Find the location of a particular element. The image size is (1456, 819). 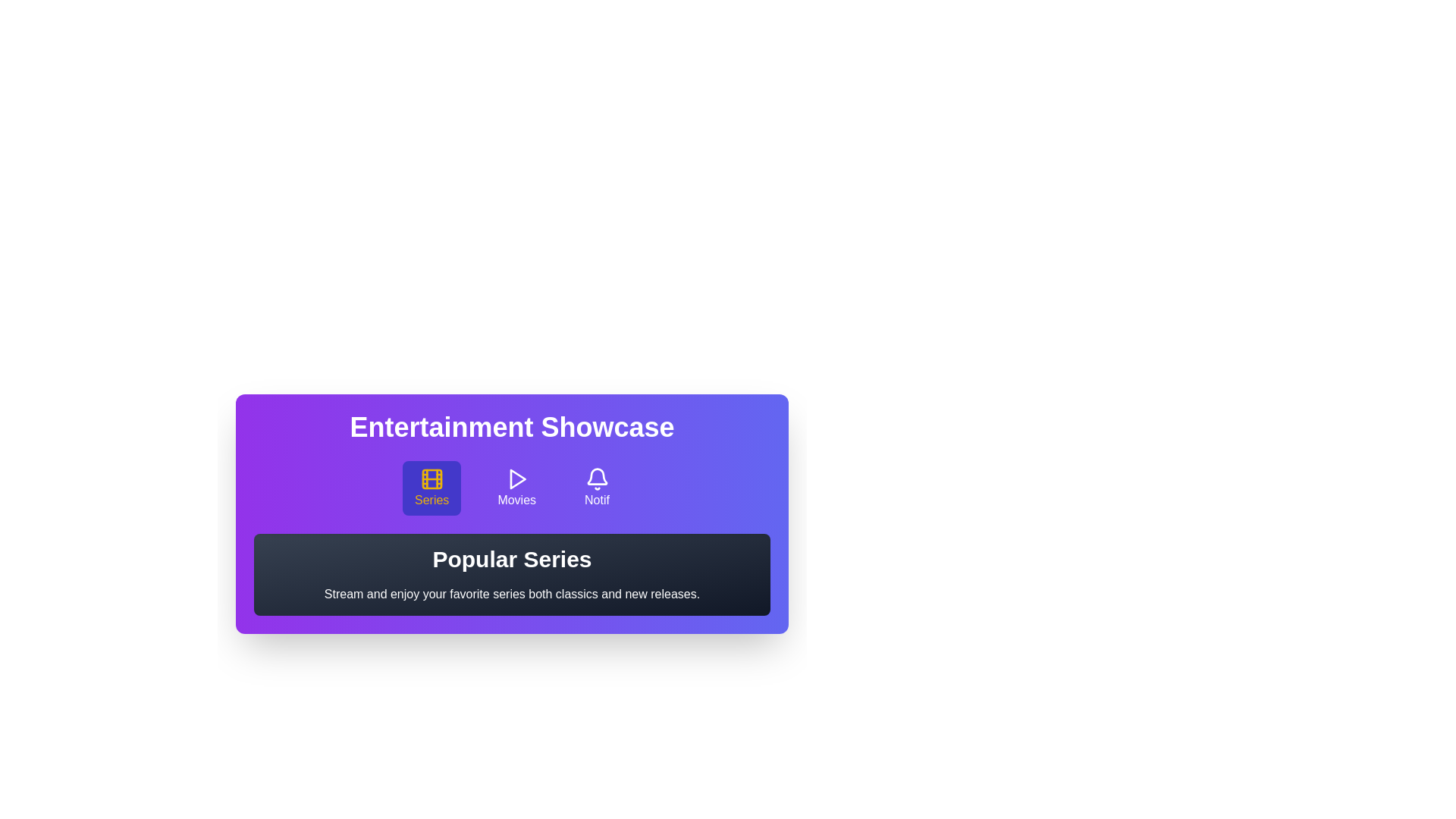

the 'Movies' text label in the navigation bar is located at coordinates (516, 500).